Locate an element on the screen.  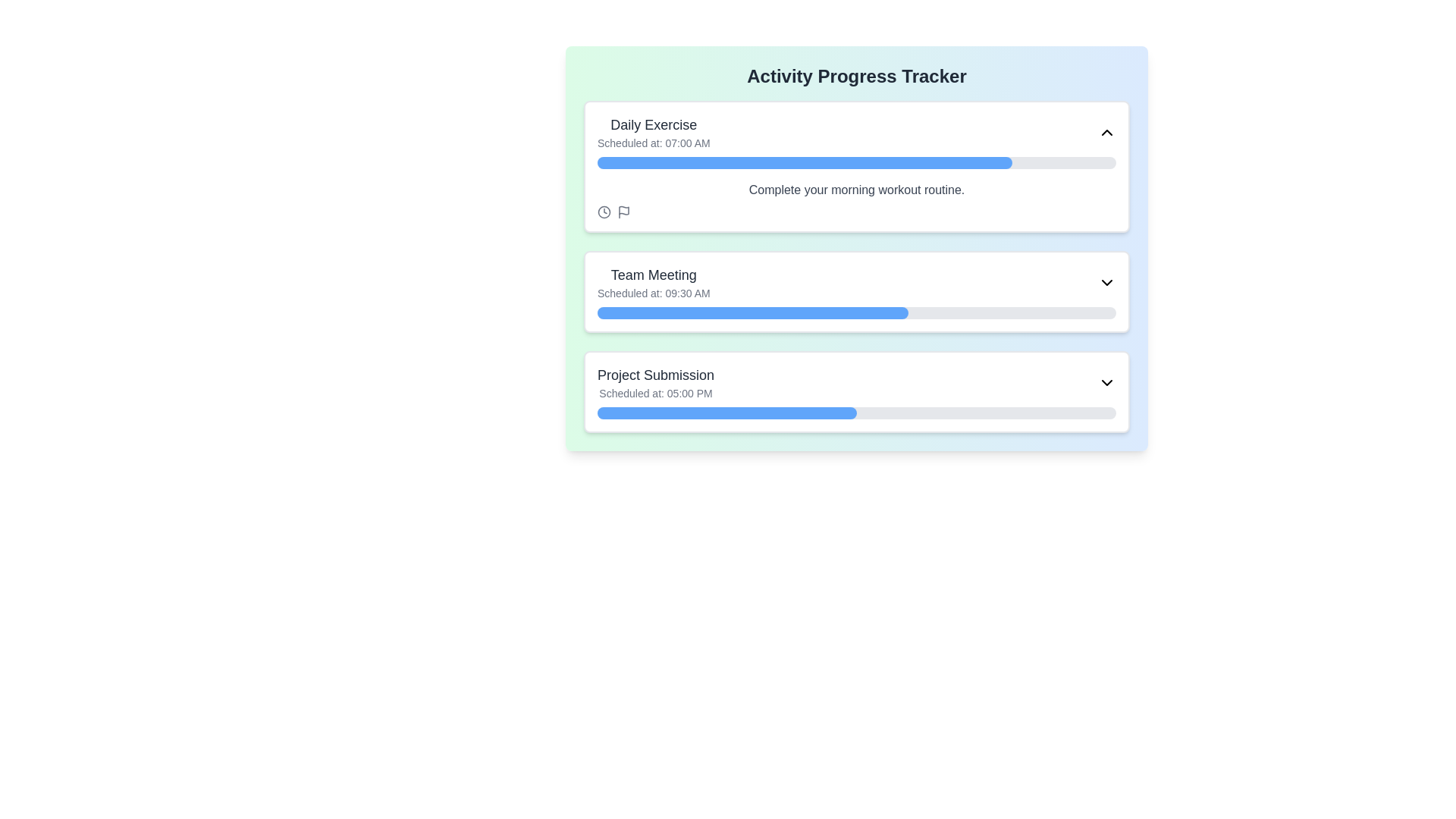
the chevron-up icon in the top-right corner of the 'Daily Exercise' card is located at coordinates (1106, 131).